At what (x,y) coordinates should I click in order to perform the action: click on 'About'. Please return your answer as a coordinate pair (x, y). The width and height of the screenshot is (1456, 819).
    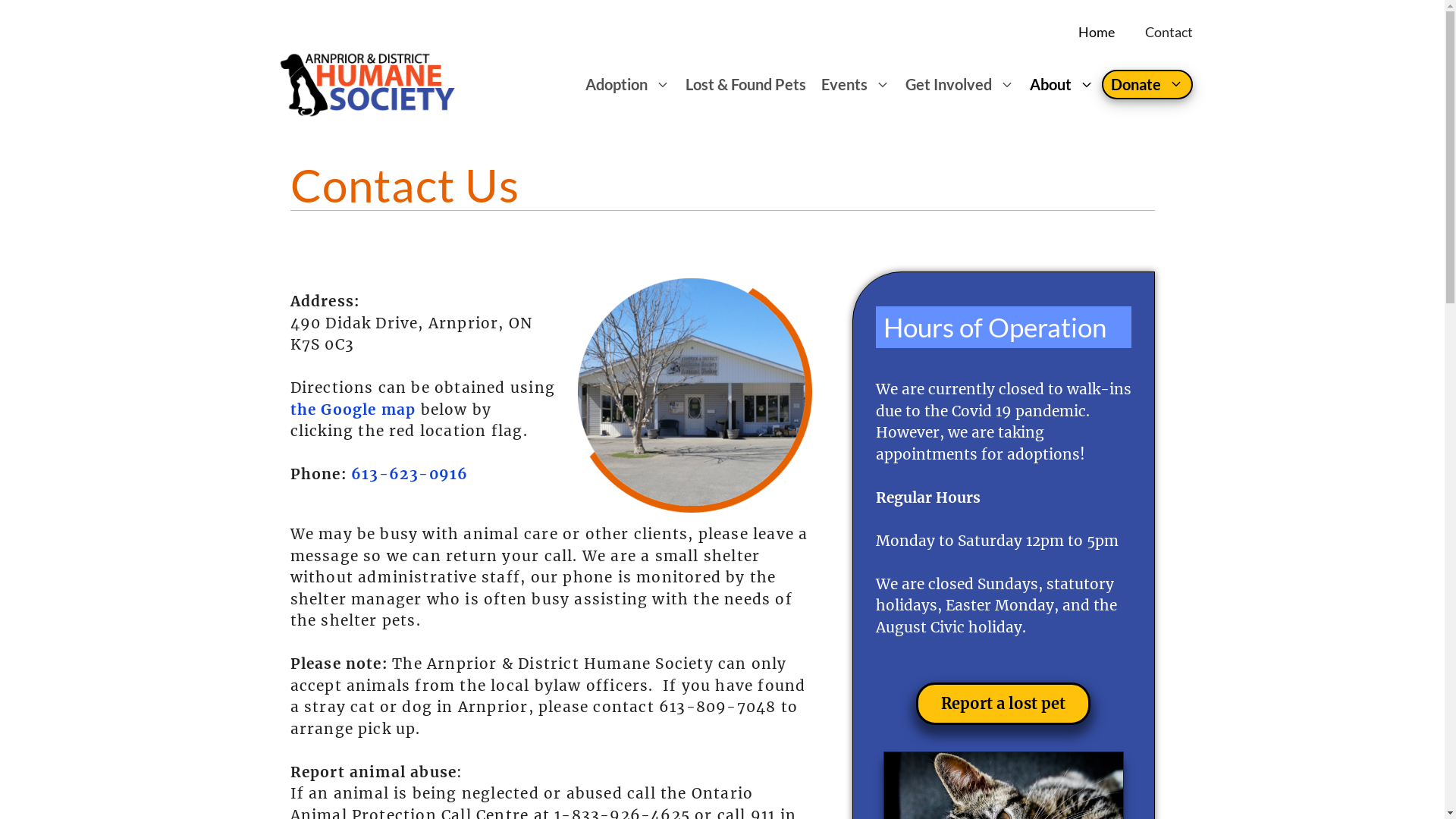
    Looking at the image, I should click on (1061, 84).